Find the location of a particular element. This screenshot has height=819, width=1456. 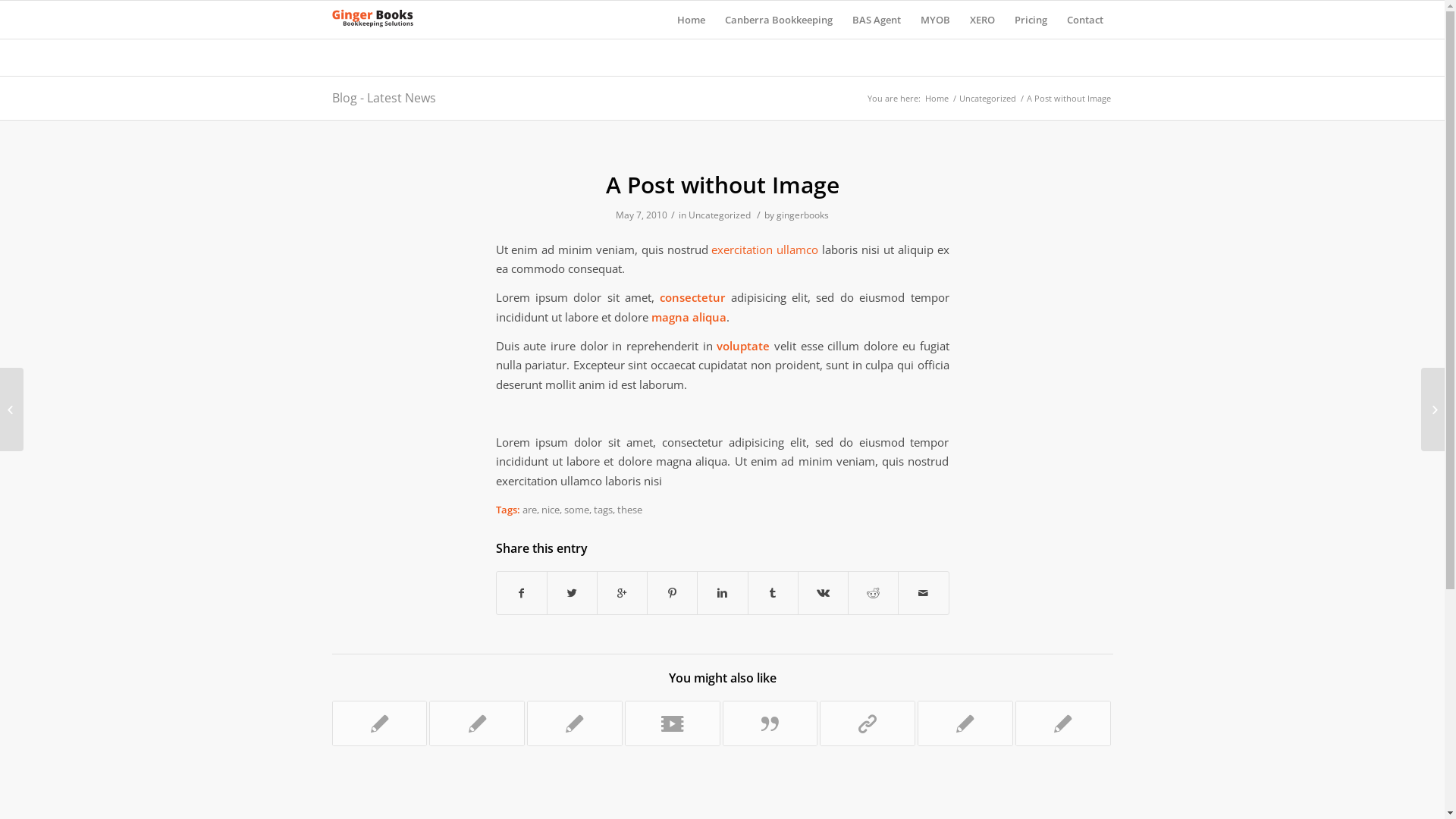

'these' is located at coordinates (629, 509).